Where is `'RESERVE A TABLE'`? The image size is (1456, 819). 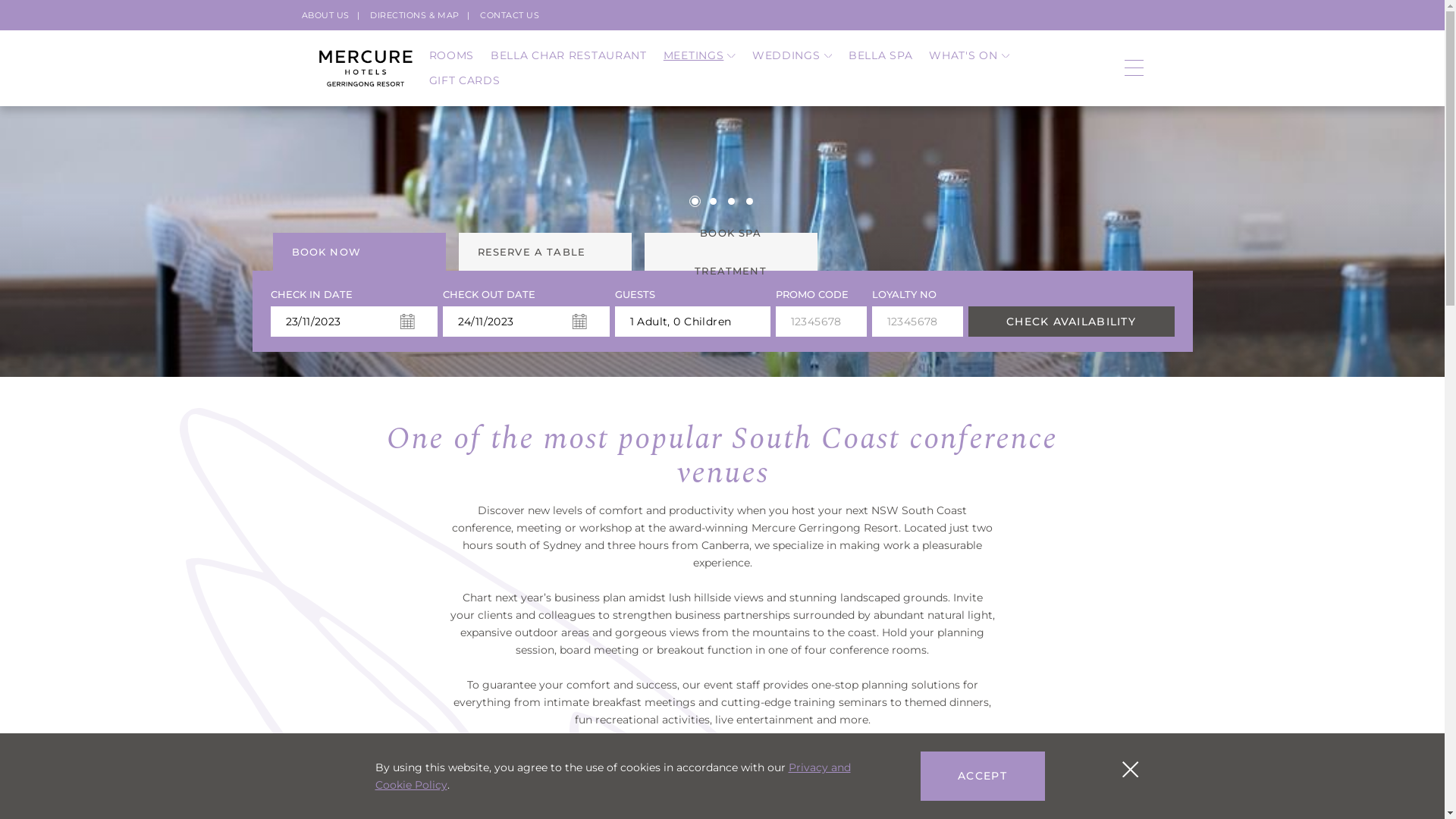
'RESERVE A TABLE' is located at coordinates (457, 250).